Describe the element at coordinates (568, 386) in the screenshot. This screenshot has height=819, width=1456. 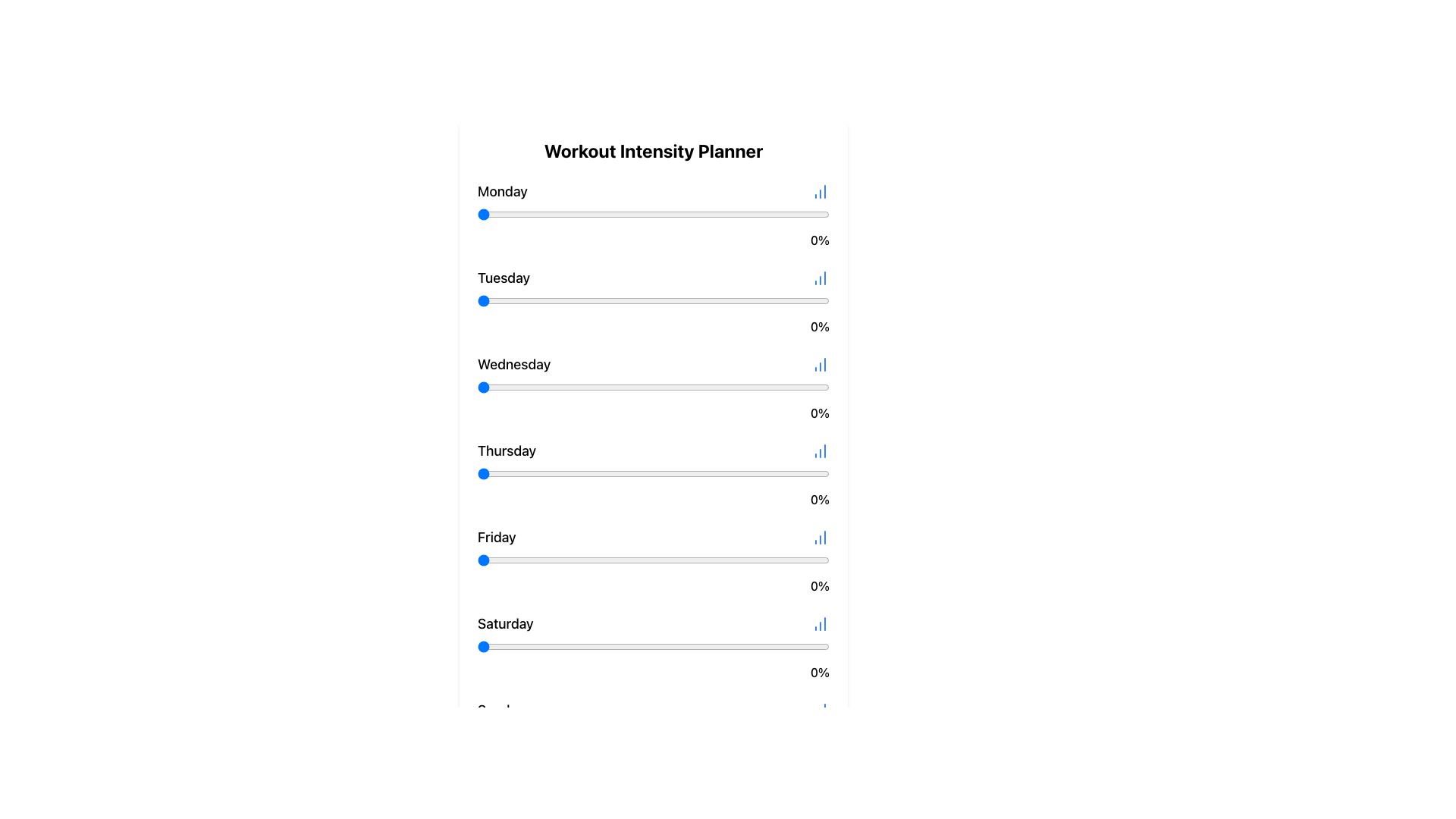
I see `the Wednesday workout intensity` at that location.